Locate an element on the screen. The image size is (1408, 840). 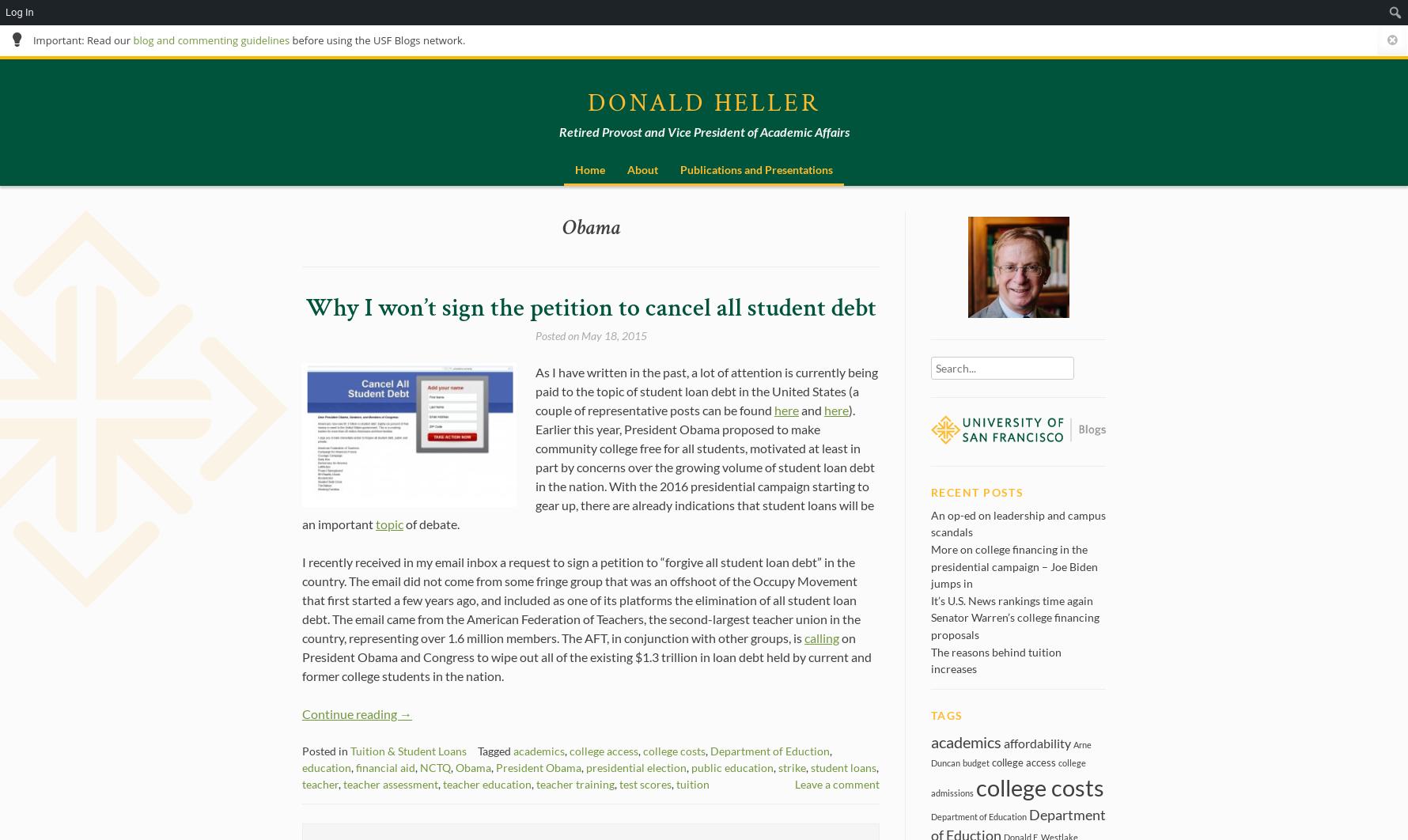
'college admissions' is located at coordinates (1008, 776).